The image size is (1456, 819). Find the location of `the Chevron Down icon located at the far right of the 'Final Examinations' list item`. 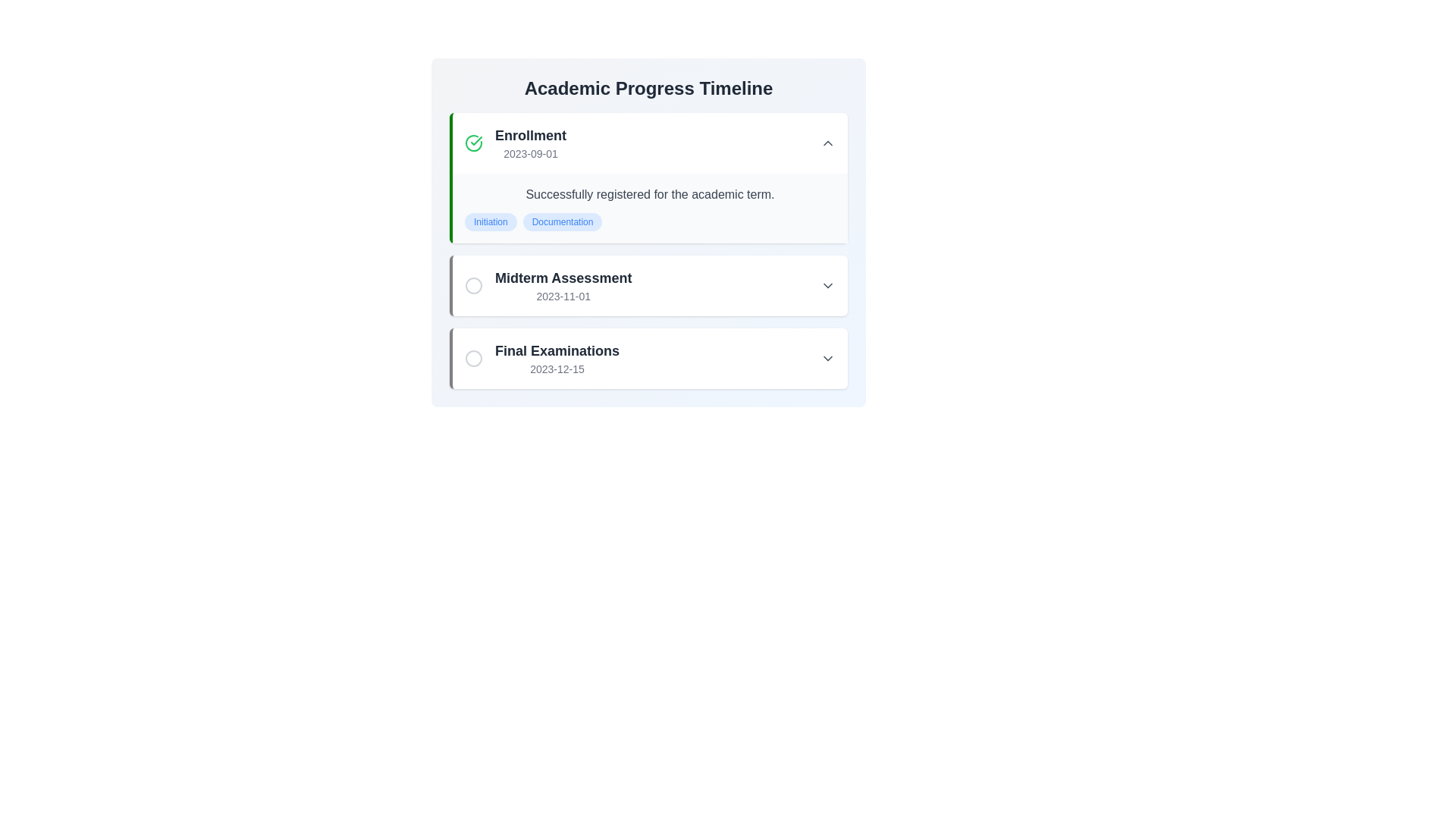

the Chevron Down icon located at the far right of the 'Final Examinations' list item is located at coordinates (827, 359).